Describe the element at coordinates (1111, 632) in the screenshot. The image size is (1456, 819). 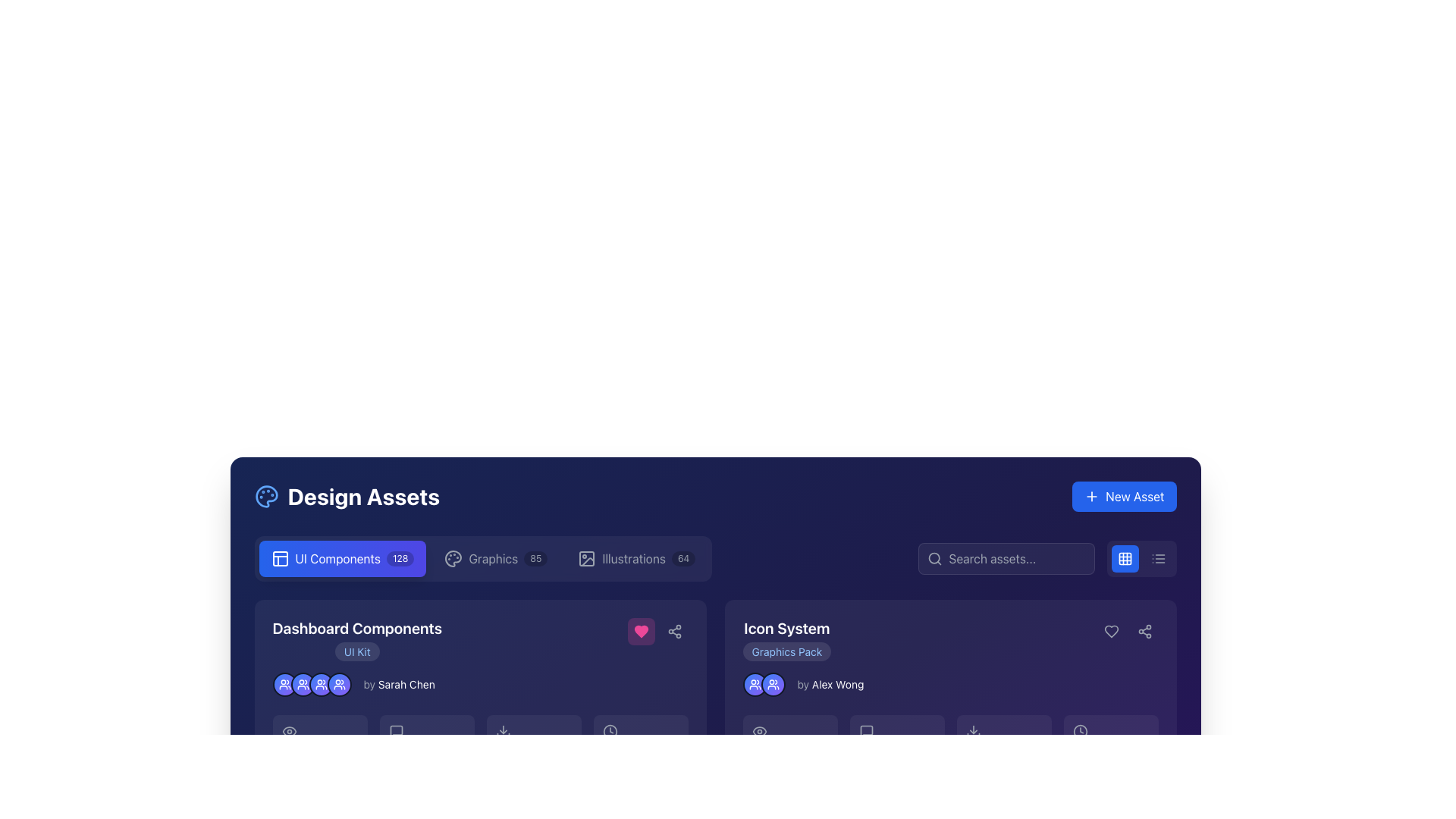
I see `the heart icon button, which is styled with a thin outline and symbolizes favoriting or liking, located to the right of the 'Icon System' card in the 'Design Assets' layout` at that location.